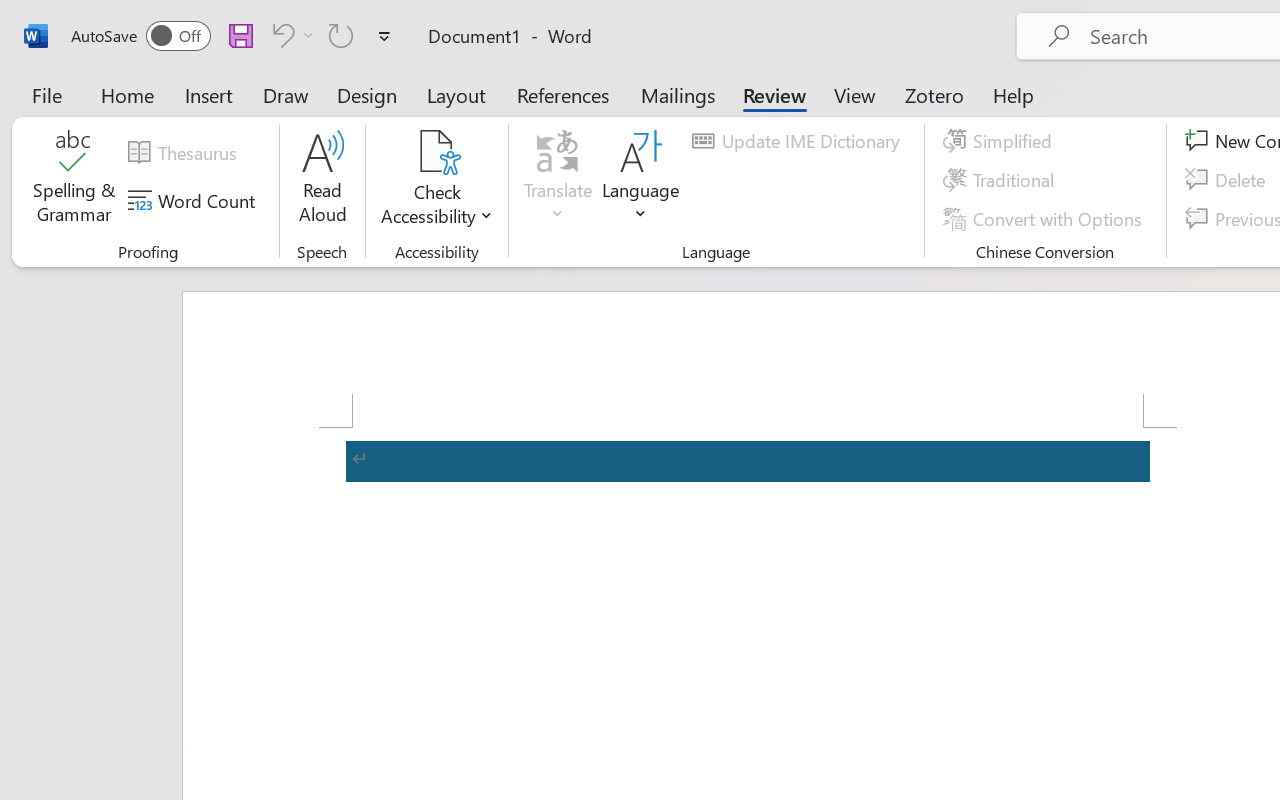  I want to click on 'Delete', so click(1227, 179).